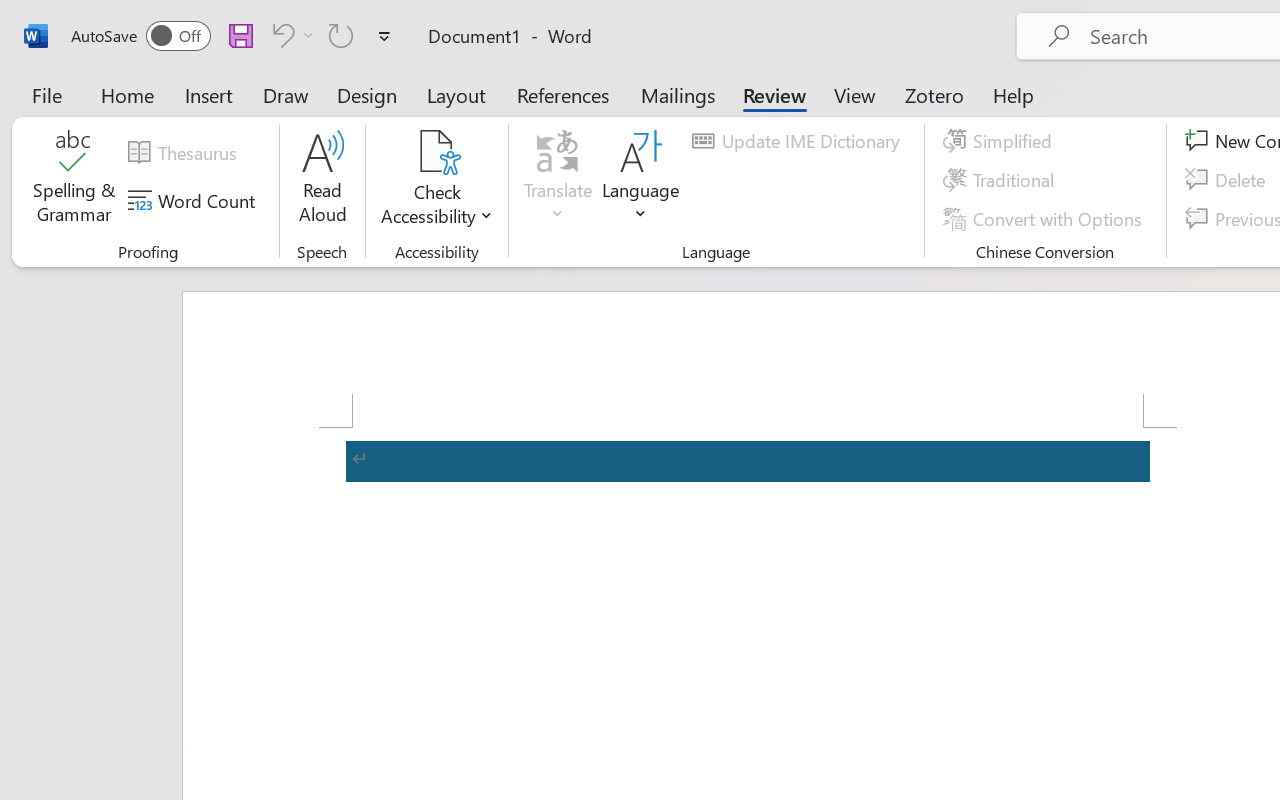  I want to click on 'Delete', so click(1227, 179).